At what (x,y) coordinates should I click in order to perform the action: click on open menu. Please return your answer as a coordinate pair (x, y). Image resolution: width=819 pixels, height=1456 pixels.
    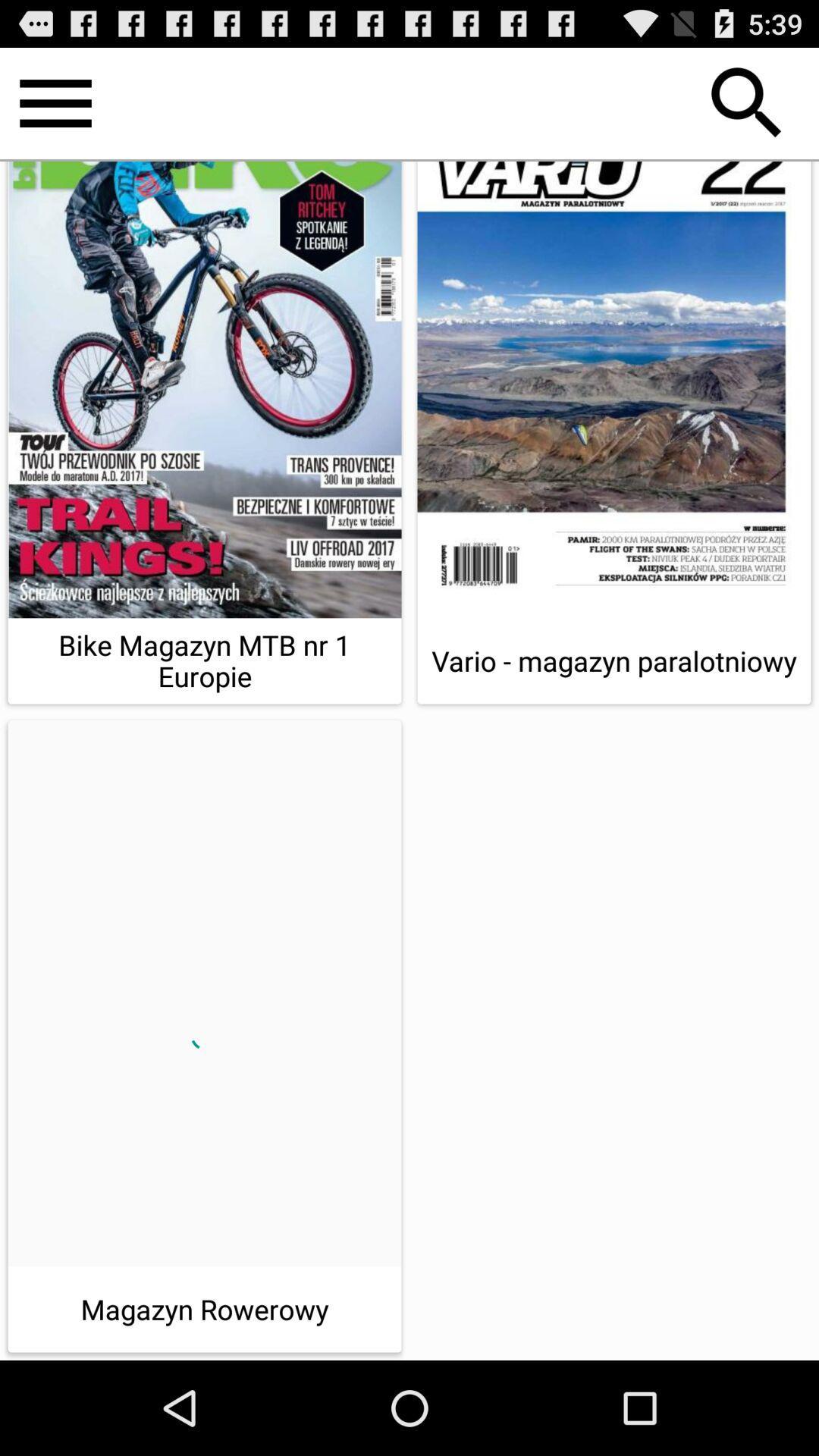
    Looking at the image, I should click on (55, 102).